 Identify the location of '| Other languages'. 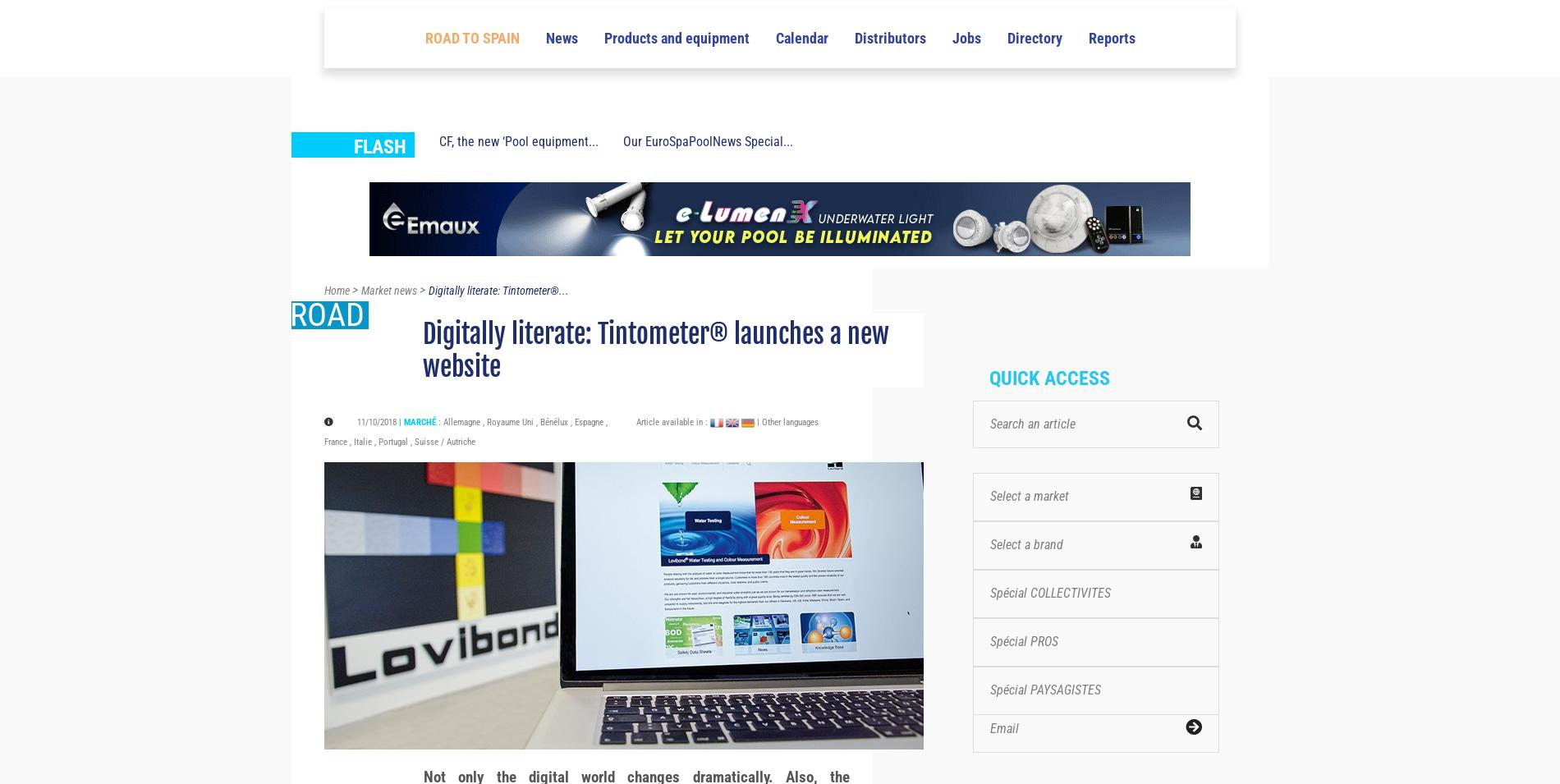
(787, 452).